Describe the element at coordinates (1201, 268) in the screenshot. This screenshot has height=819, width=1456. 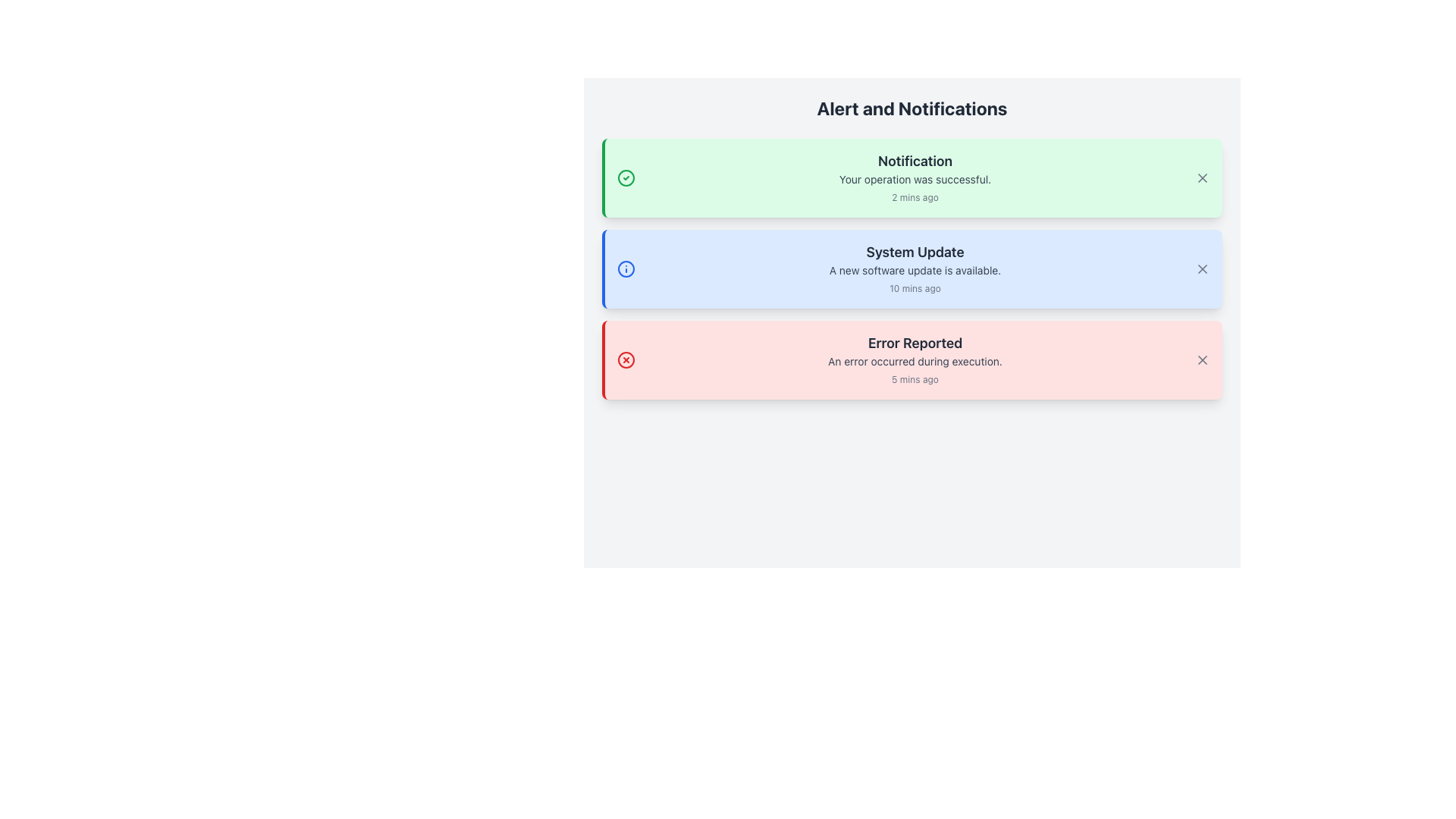
I see `the close or dismiss button located at the rightmost edge of the 'System Update' notification bar, which is an SVG element` at that location.